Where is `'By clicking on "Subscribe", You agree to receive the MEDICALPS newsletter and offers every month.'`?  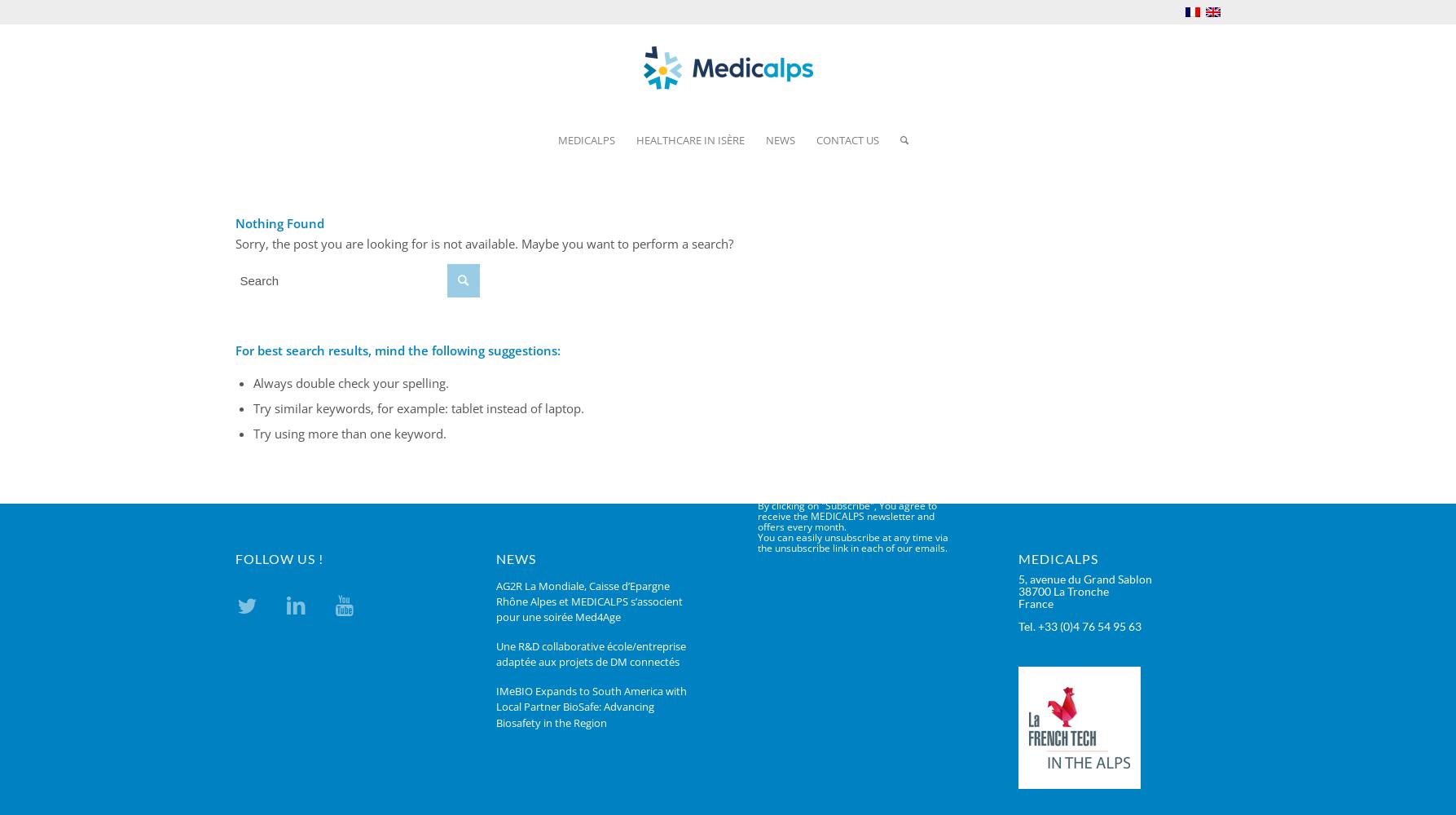 'By clicking on "Subscribe", You agree to receive the MEDICALPS newsletter and offers every month.' is located at coordinates (845, 516).